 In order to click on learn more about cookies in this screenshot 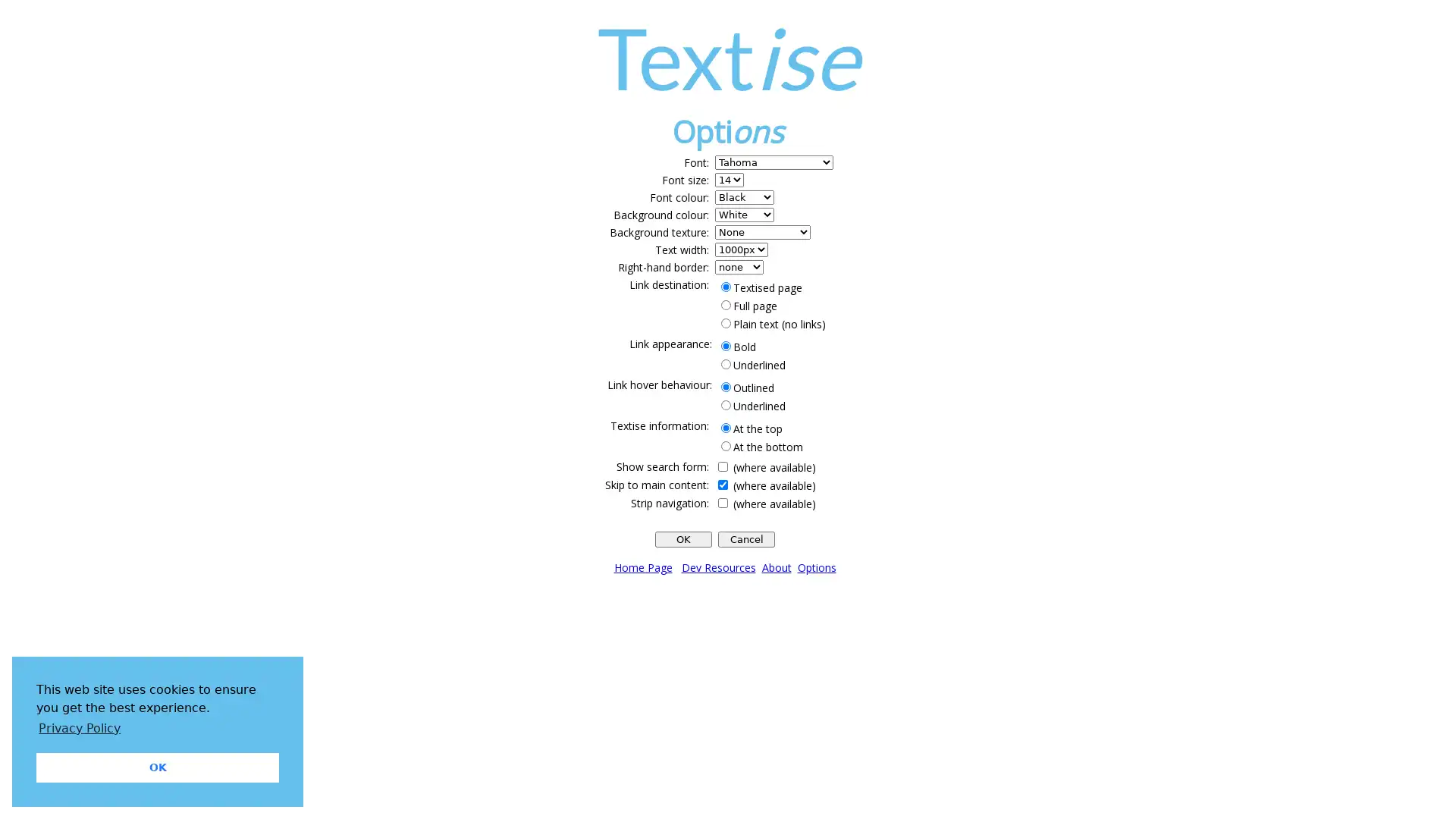, I will do `click(79, 727)`.